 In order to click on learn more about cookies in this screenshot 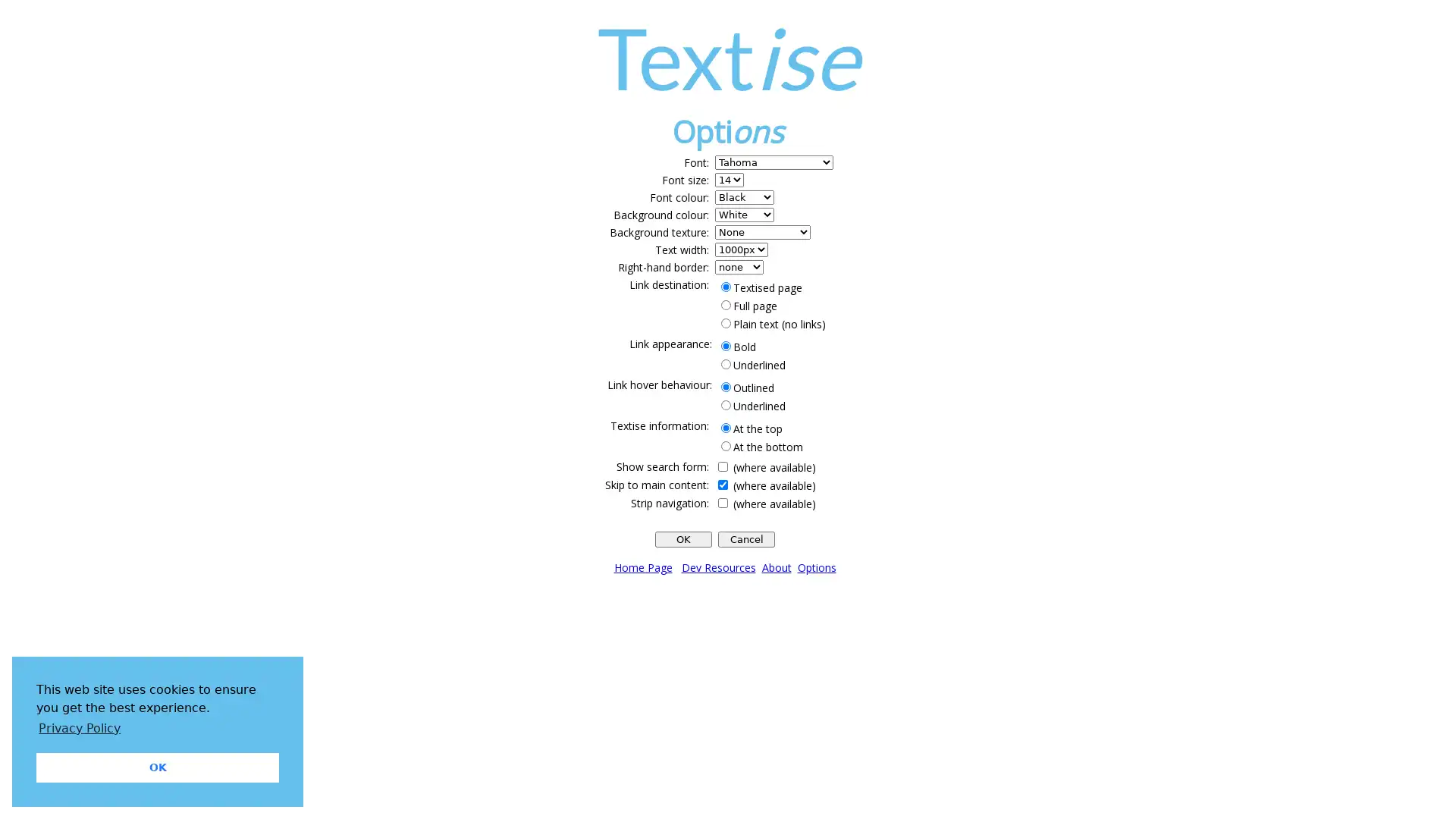, I will do `click(79, 727)`.